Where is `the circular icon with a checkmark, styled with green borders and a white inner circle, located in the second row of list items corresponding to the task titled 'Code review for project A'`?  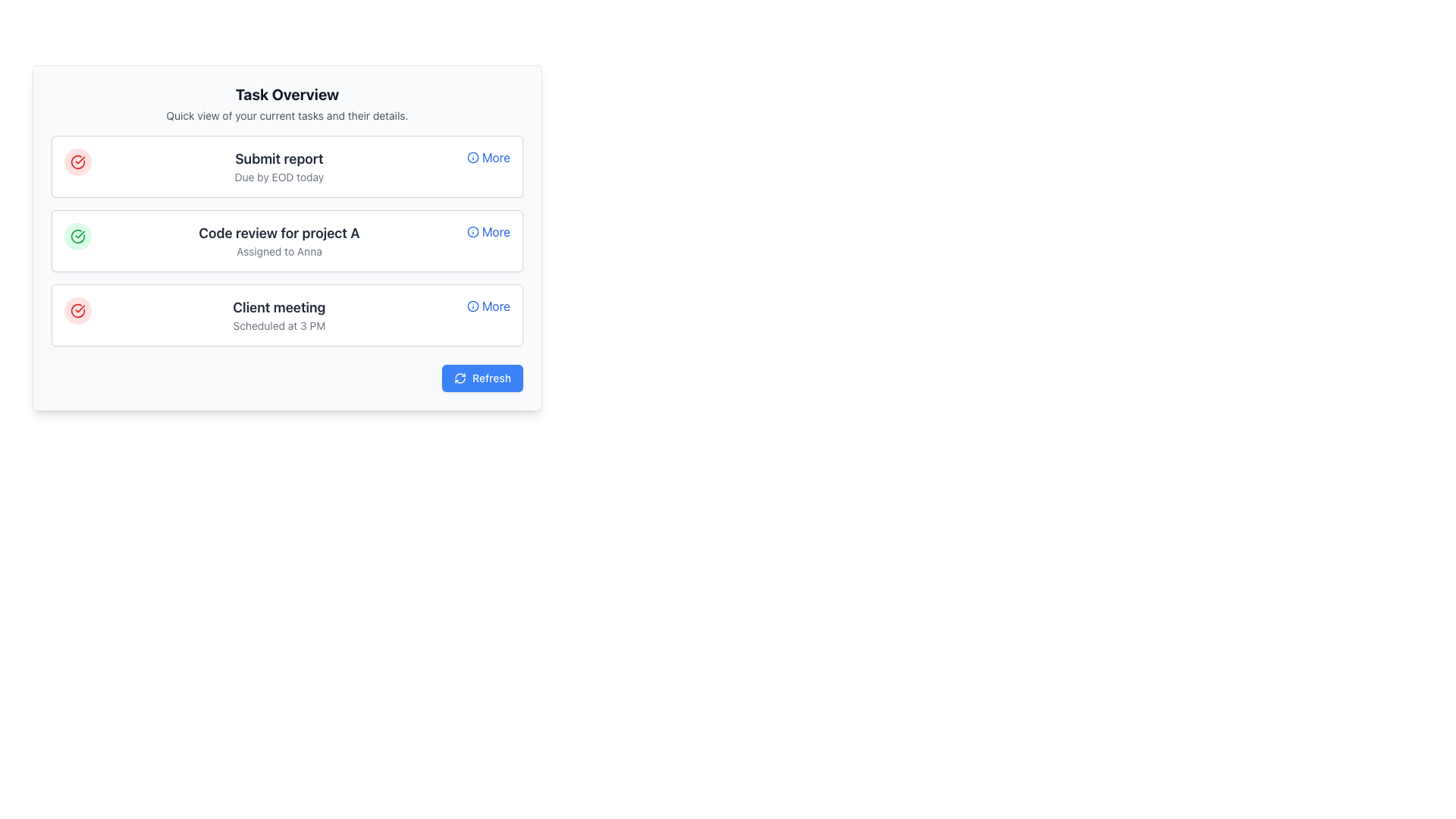 the circular icon with a checkmark, styled with green borders and a white inner circle, located in the second row of list items corresponding to the task titled 'Code review for project A' is located at coordinates (77, 237).